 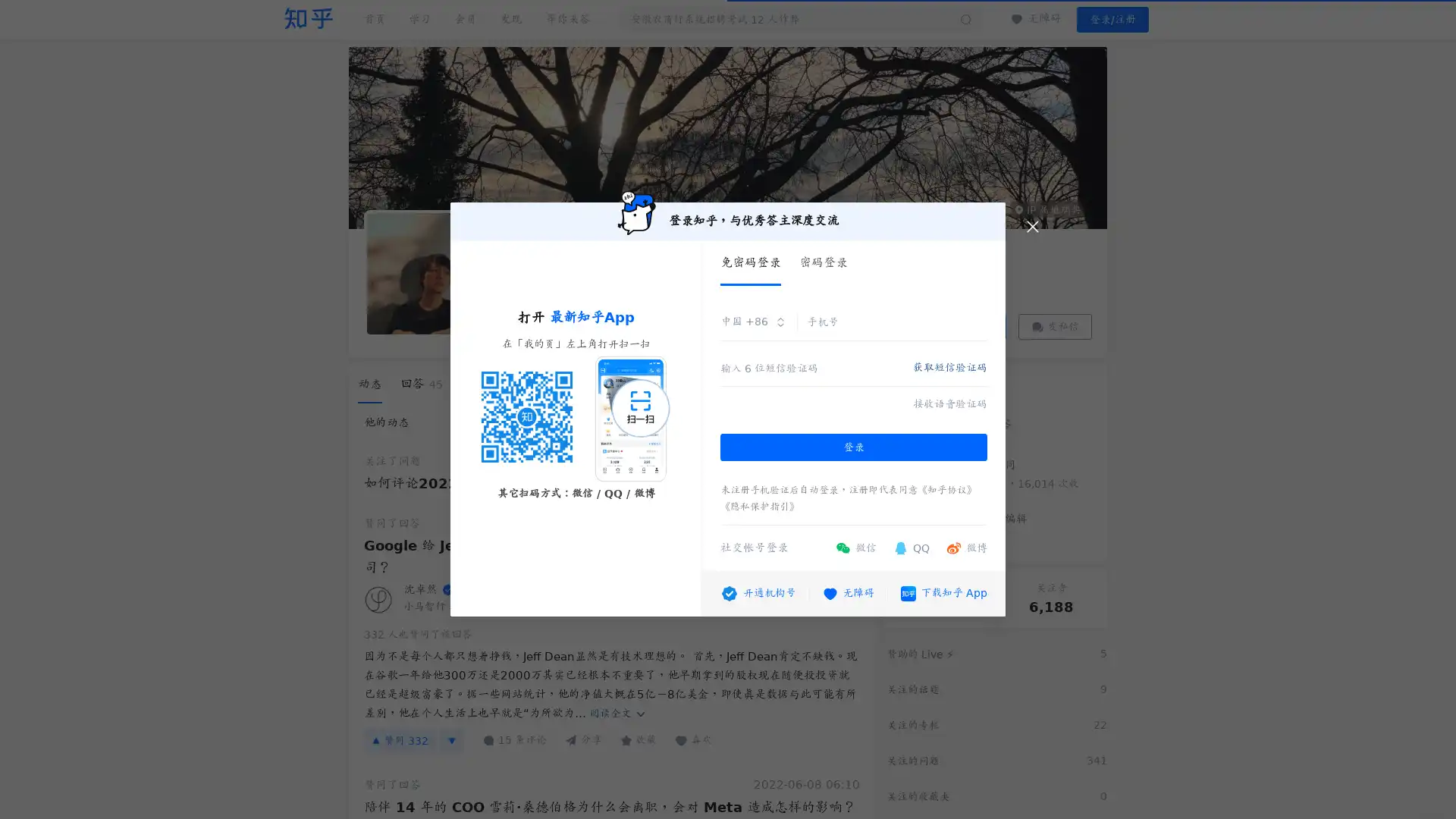 What do you see at coordinates (1112, 20) in the screenshot?
I see `/` at bounding box center [1112, 20].